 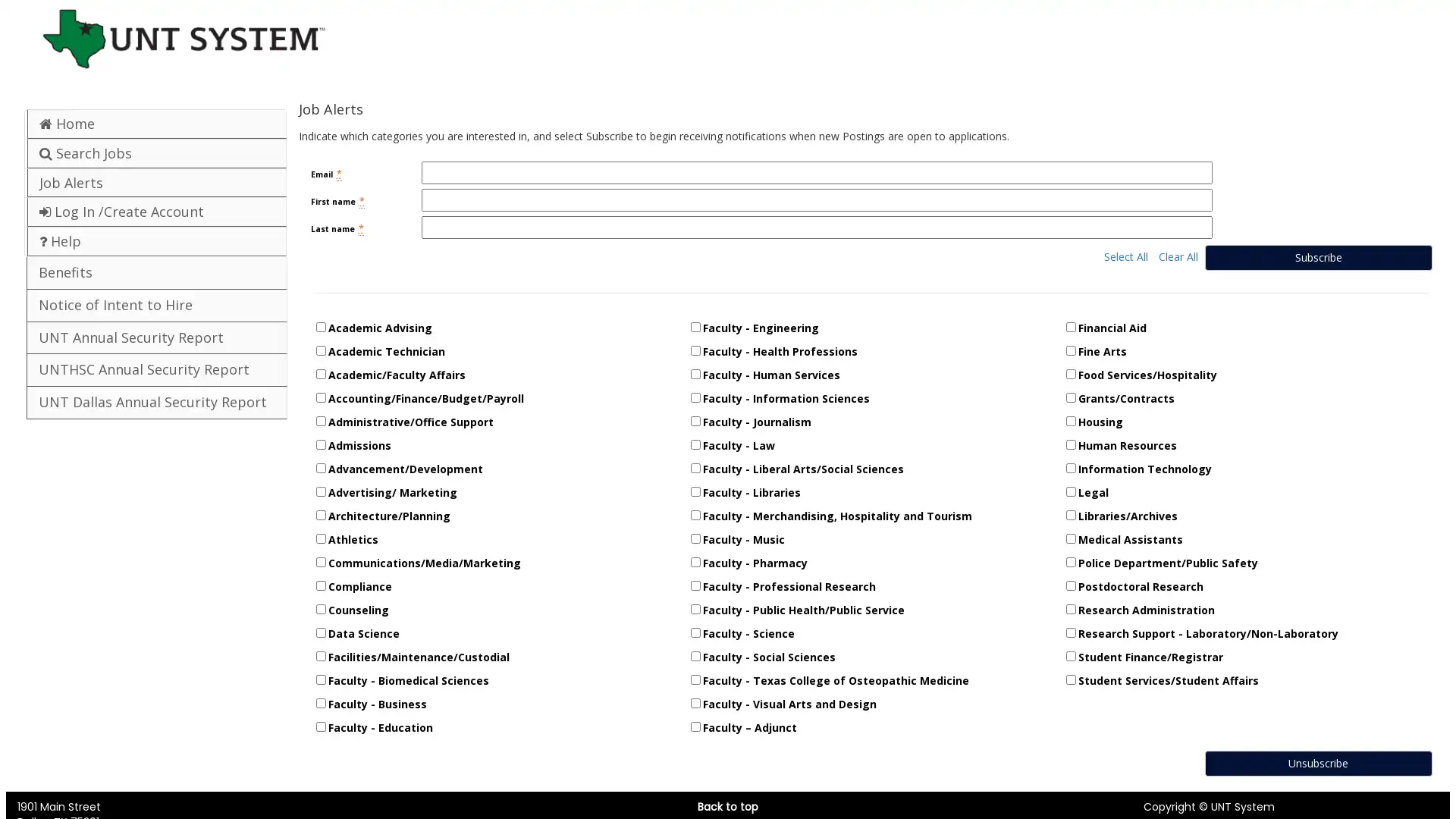 I want to click on Unsubscribe, so click(x=1316, y=763).